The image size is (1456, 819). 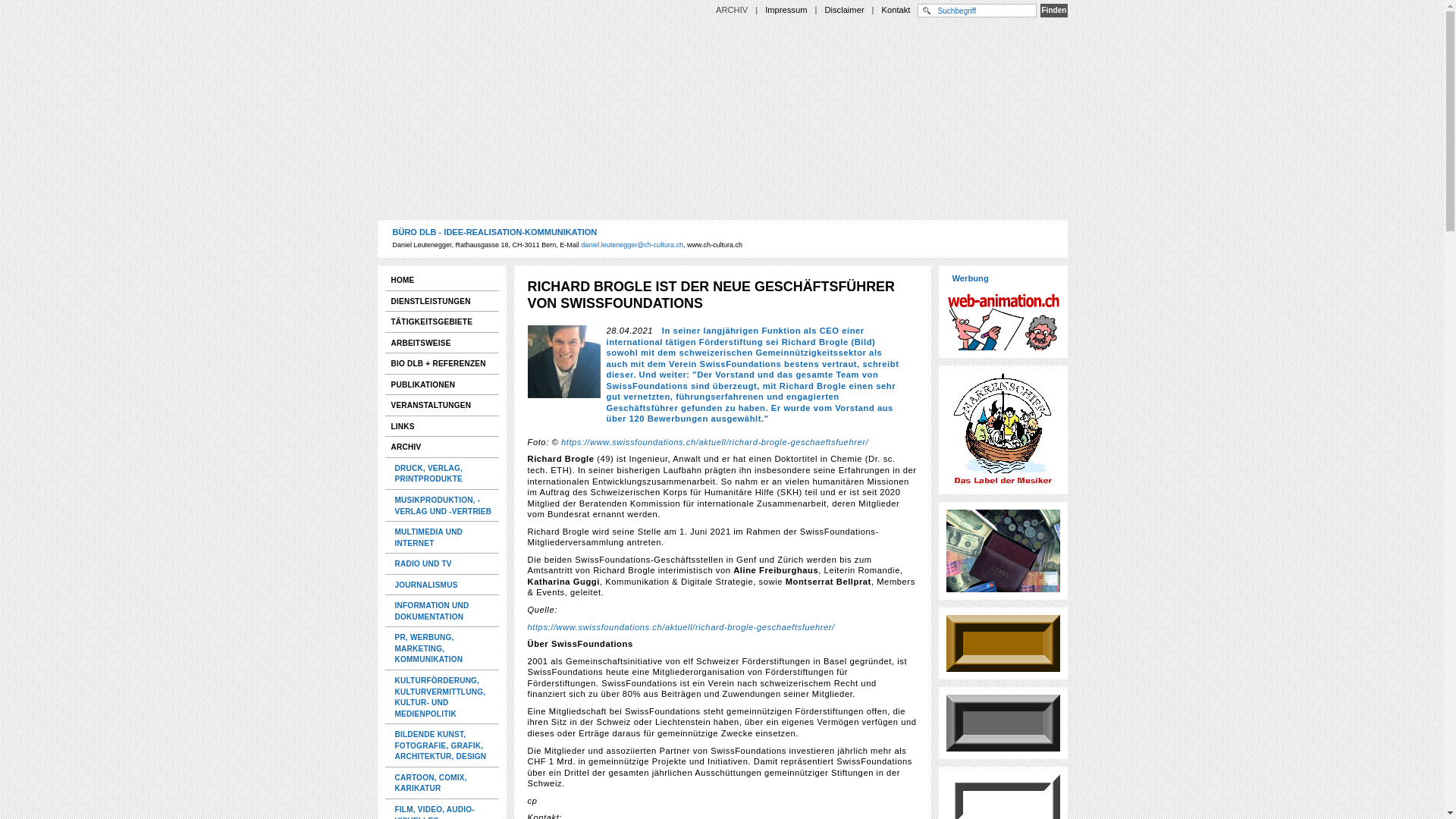 I want to click on 'Kontakt', so click(x=896, y=9).